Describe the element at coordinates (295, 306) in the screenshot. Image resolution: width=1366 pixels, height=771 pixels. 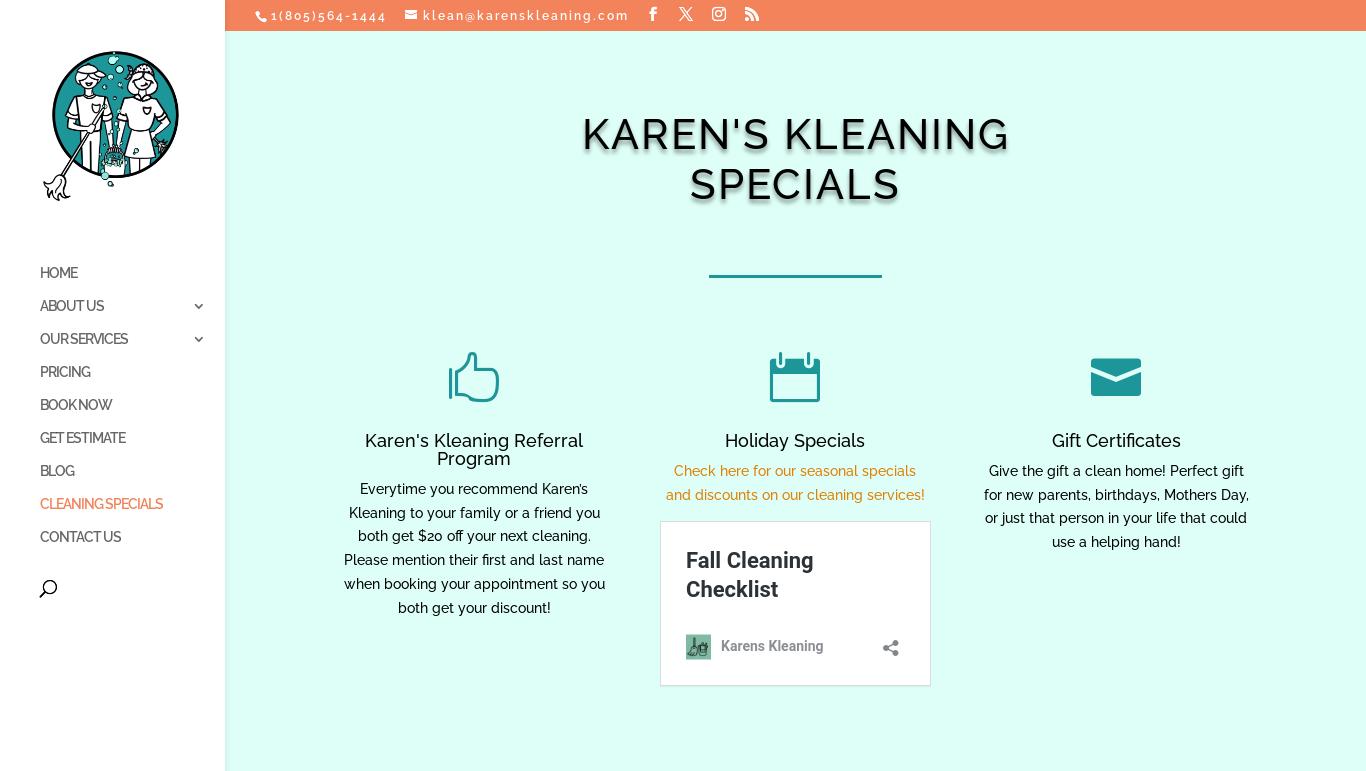
I see `'POLICIES'` at that location.